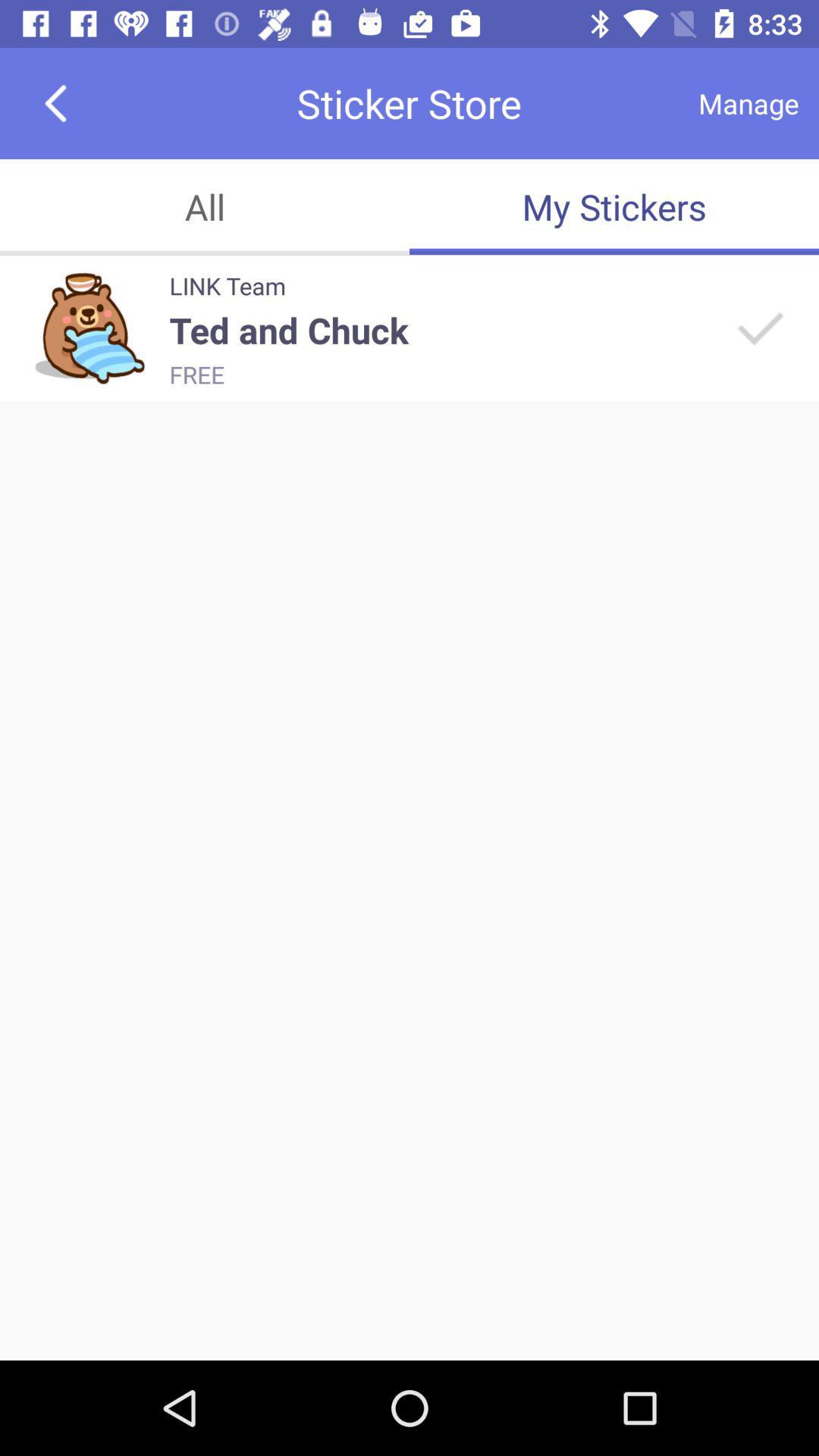  Describe the element at coordinates (758, 327) in the screenshot. I see `the app to the right of the ted and chuck icon` at that location.